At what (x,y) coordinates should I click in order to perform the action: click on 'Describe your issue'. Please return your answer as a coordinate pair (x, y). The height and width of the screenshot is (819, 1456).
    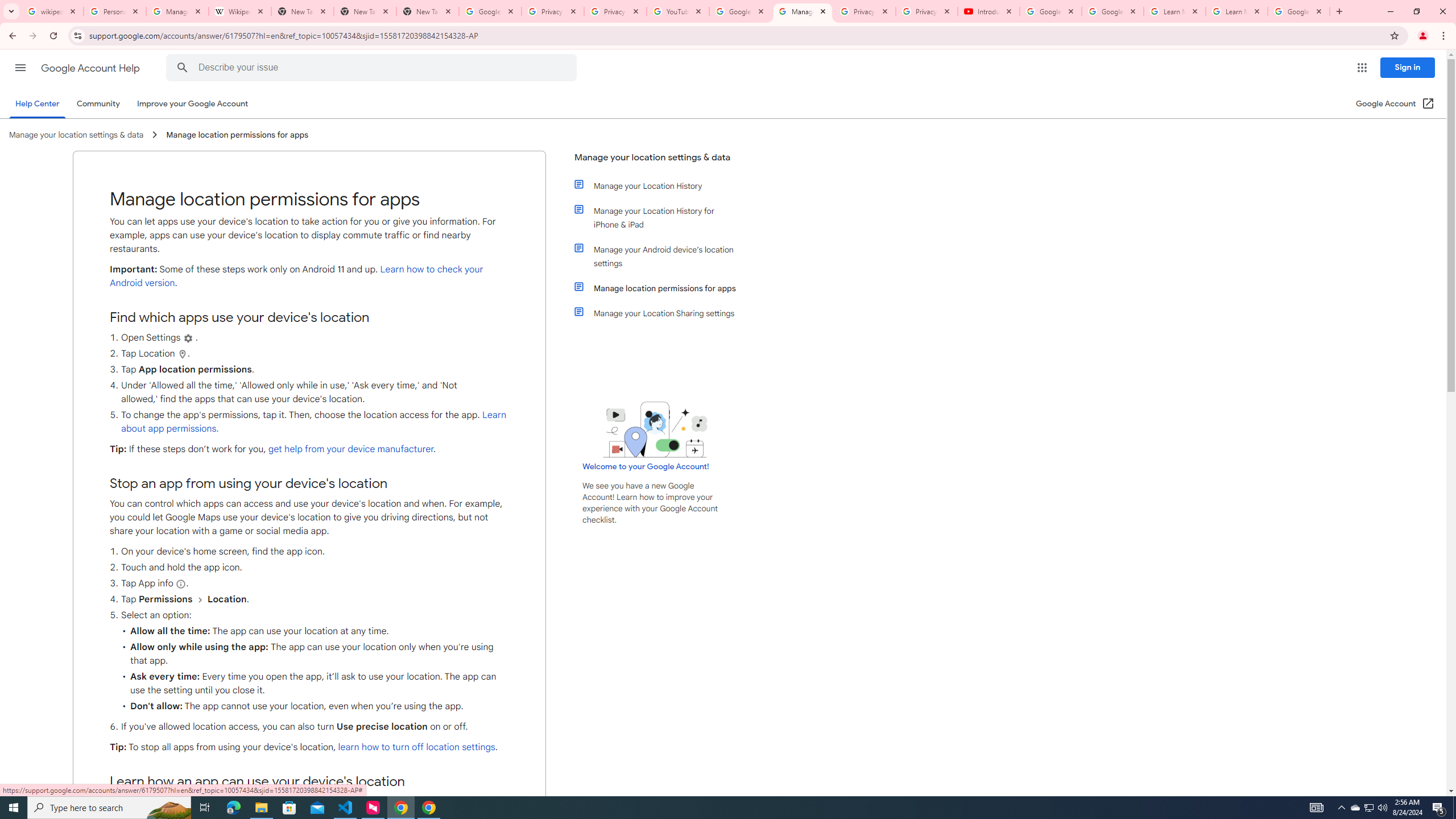
    Looking at the image, I should click on (373, 67).